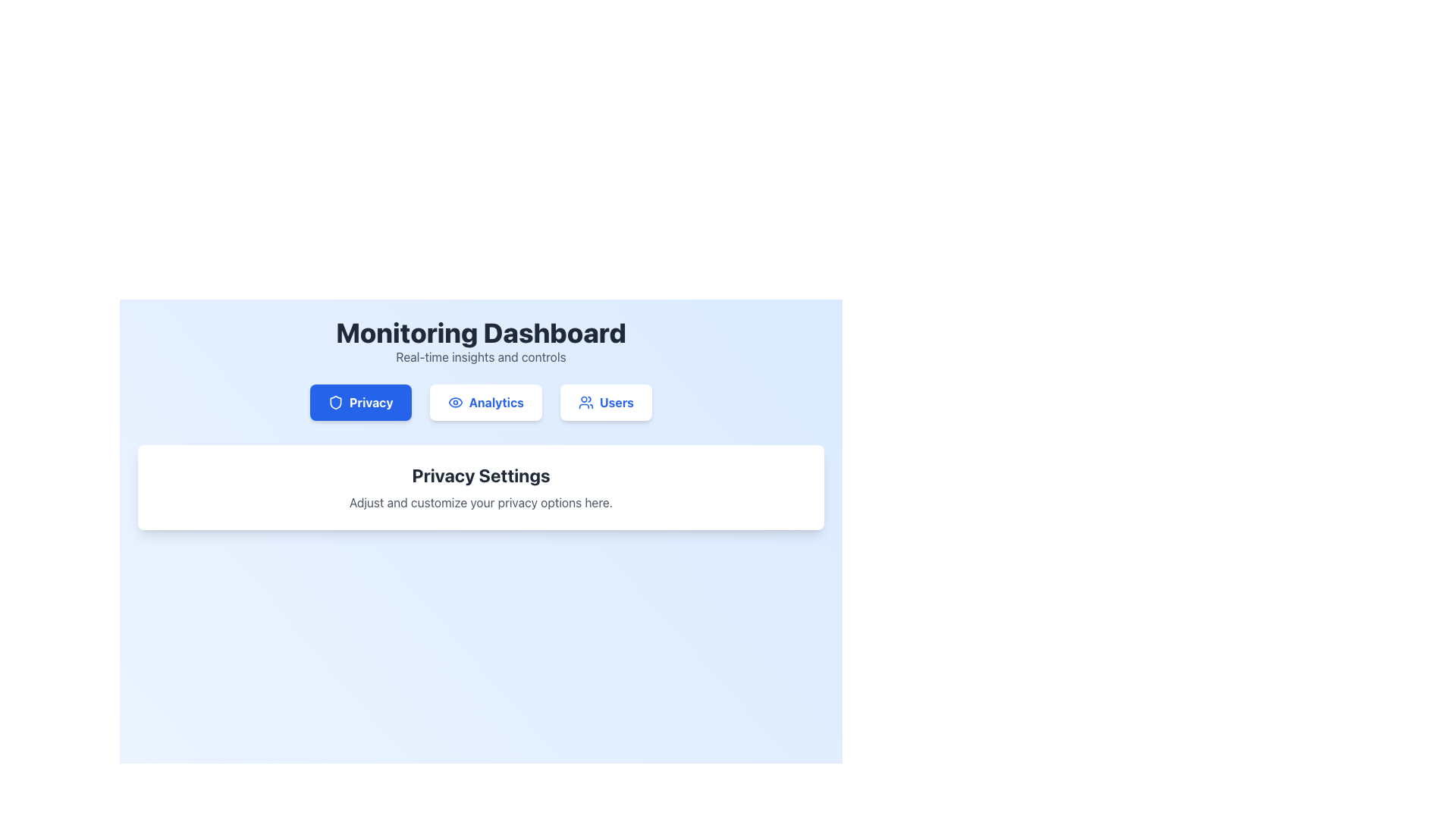  Describe the element at coordinates (485, 402) in the screenshot. I see `the 'Analytics' button, which is a white rectangular button with blue text and an eye icon, located in the center of three buttons beneath the primary heading` at that location.